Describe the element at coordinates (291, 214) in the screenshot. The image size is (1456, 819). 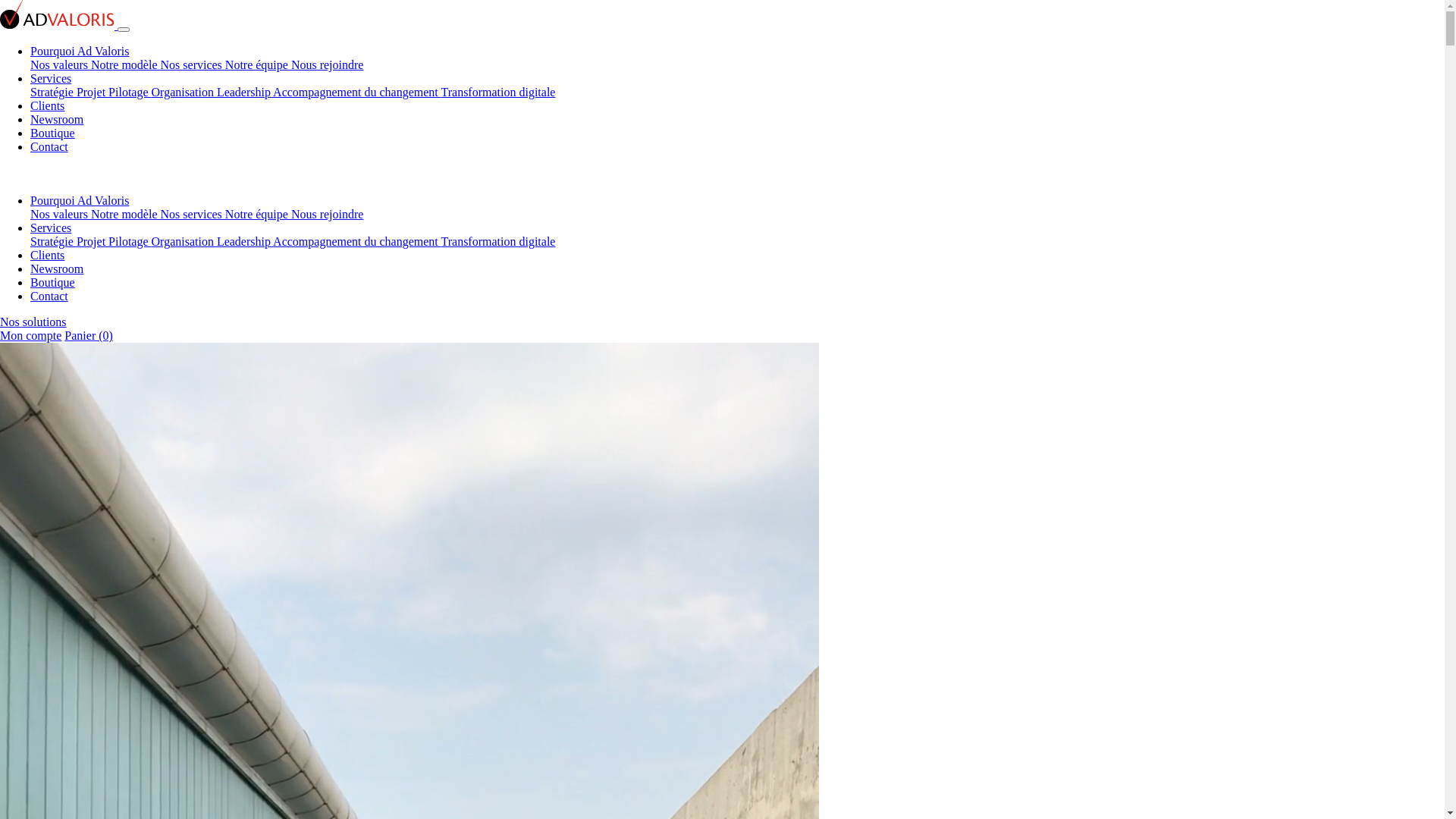
I see `'Nous rejoindre'` at that location.